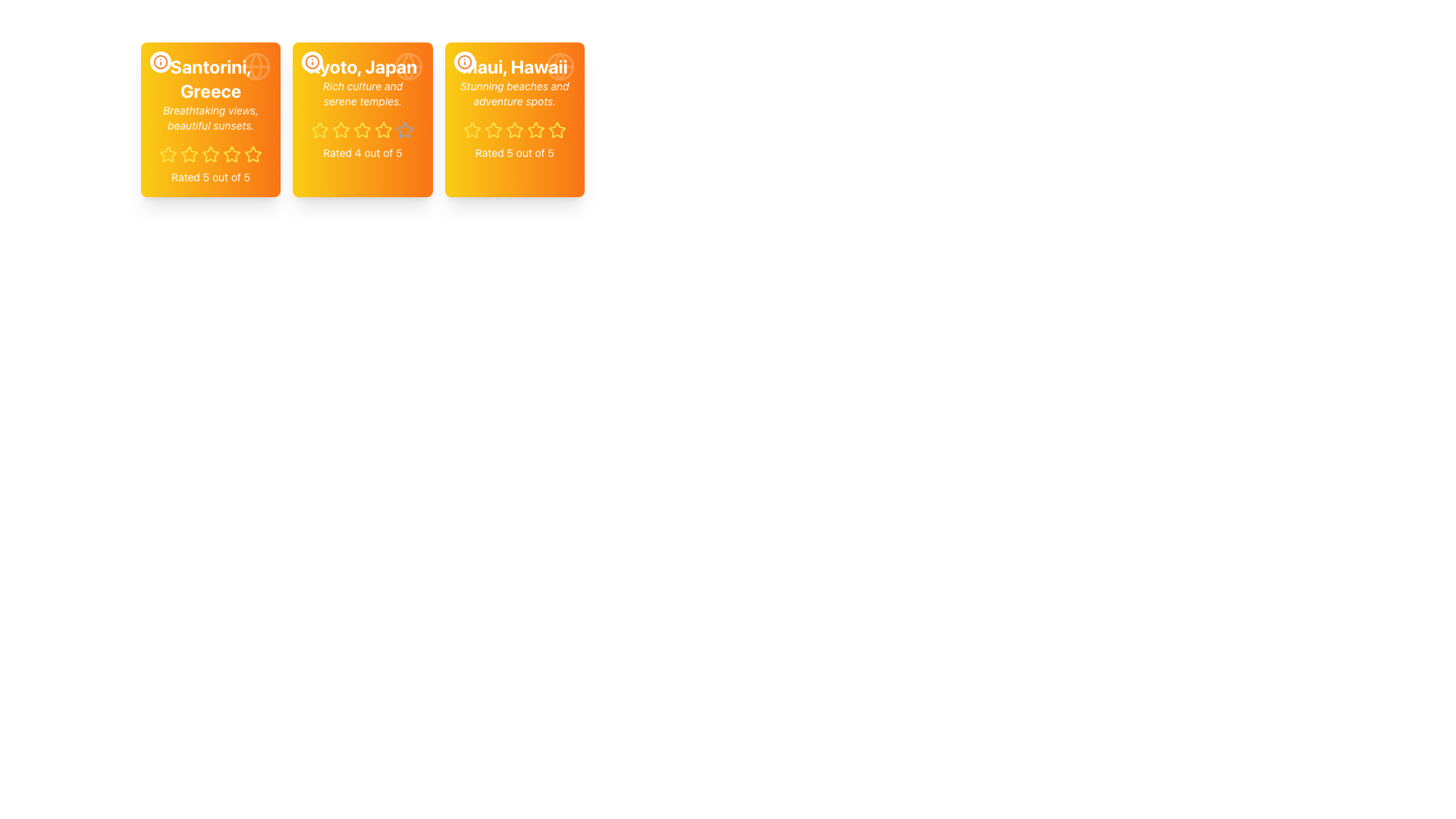 This screenshot has width=1456, height=819. What do you see at coordinates (514, 130) in the screenshot?
I see `the fourth star icon representing the fourth rating level in a 5-star rating scale, located below the card labeled 'Maui, Hawaii.'` at bounding box center [514, 130].